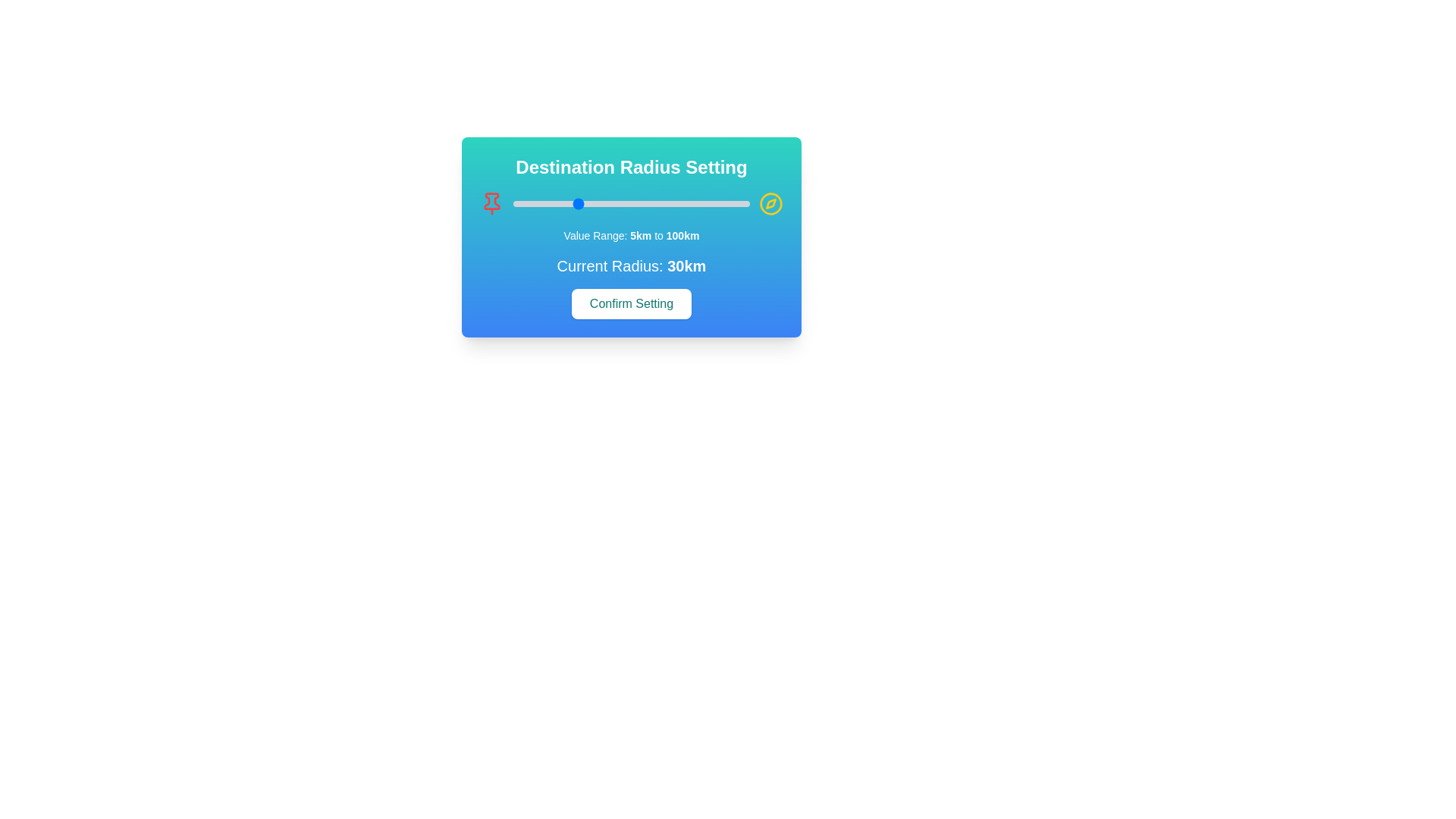  Describe the element at coordinates (745, 203) in the screenshot. I see `the radius slider to set the radius to 98 km` at that location.